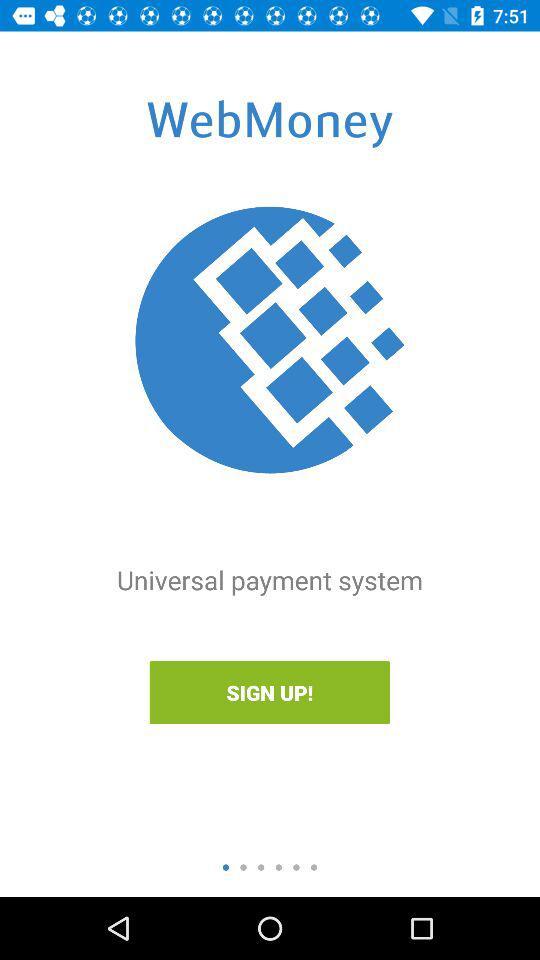 This screenshot has height=960, width=540. Describe the element at coordinates (269, 692) in the screenshot. I see `sign up!` at that location.